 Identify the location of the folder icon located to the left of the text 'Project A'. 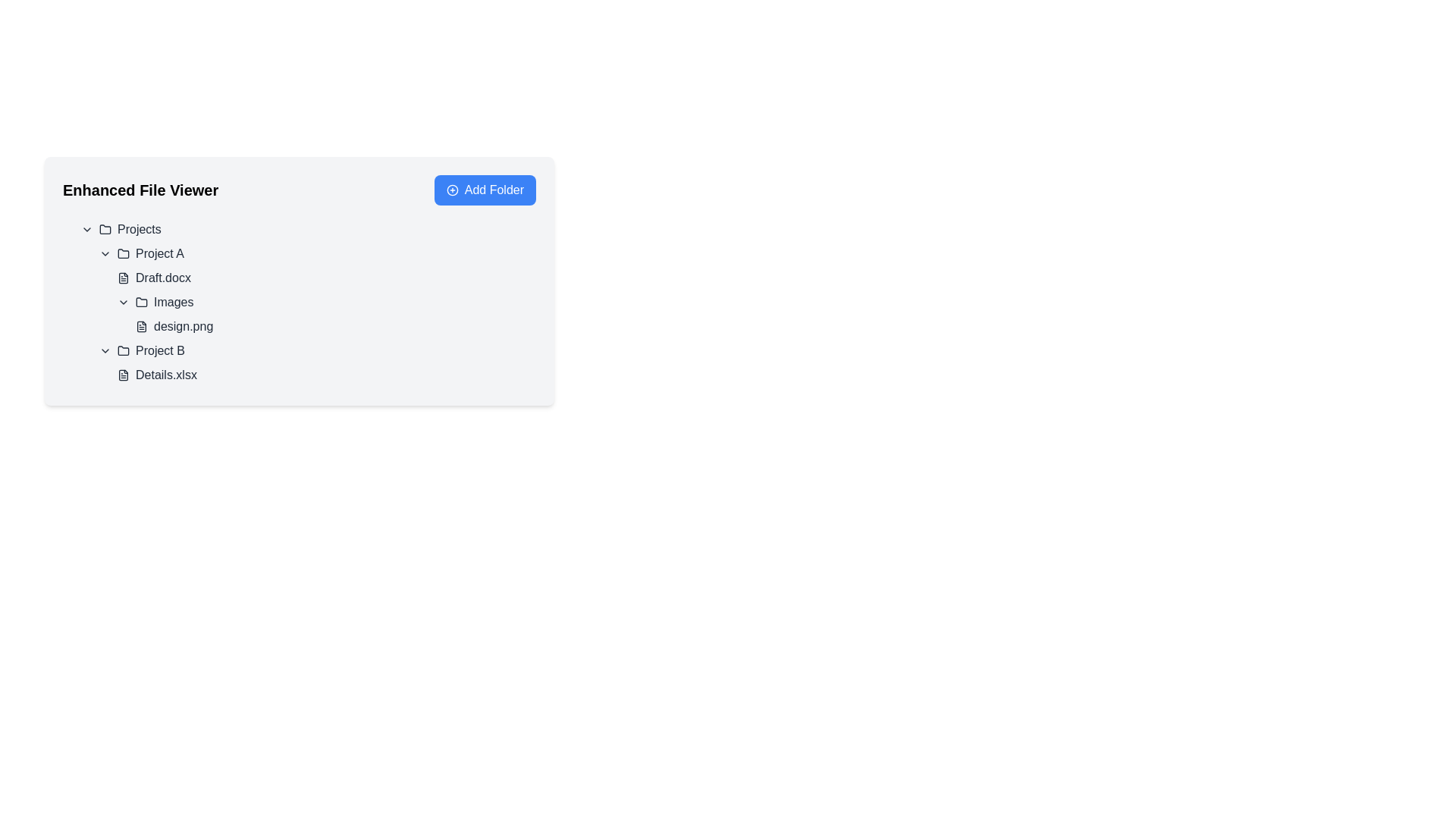
(124, 253).